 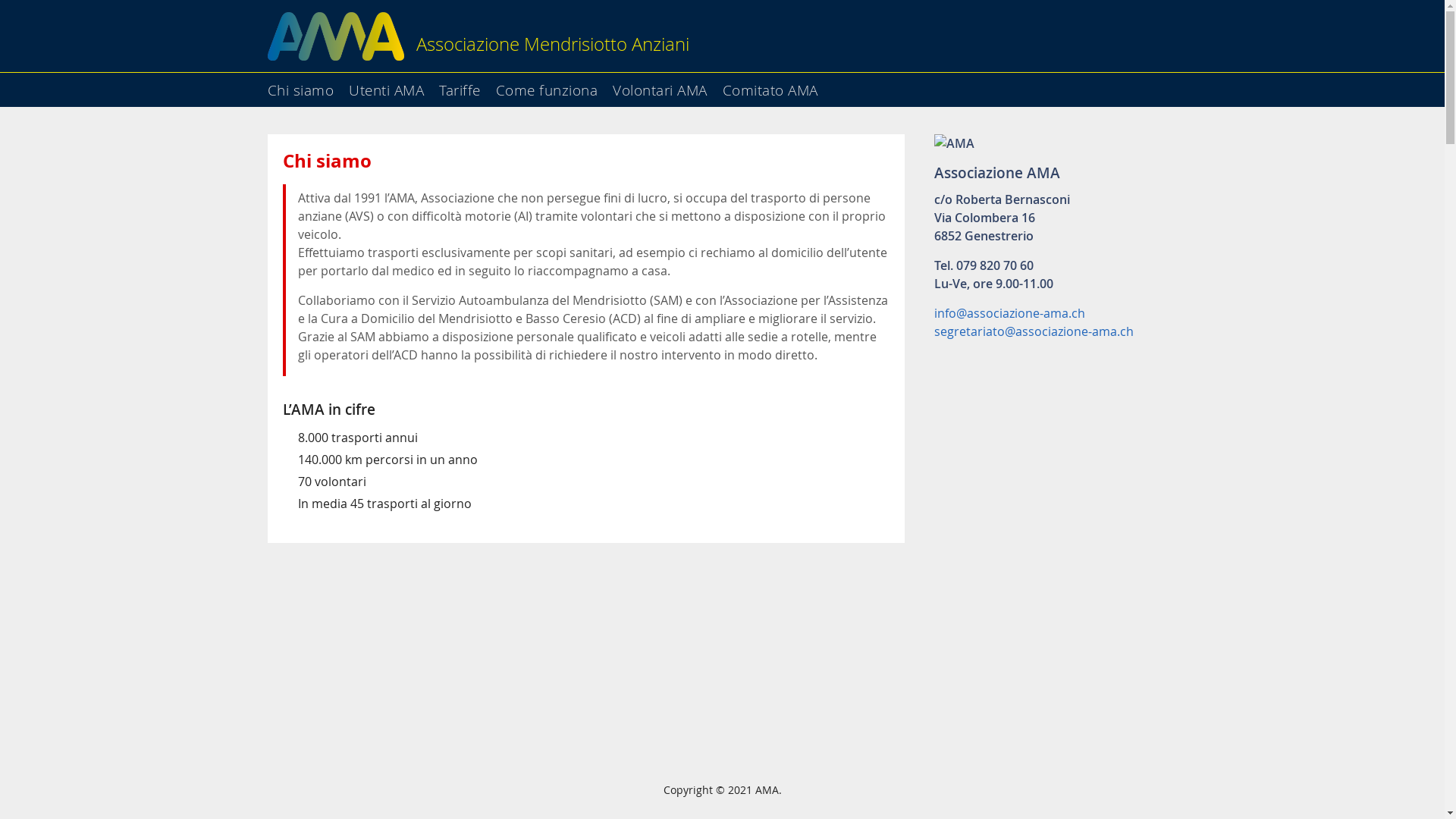 What do you see at coordinates (1033, 330) in the screenshot?
I see `'segretariato@associazione-ama.ch'` at bounding box center [1033, 330].